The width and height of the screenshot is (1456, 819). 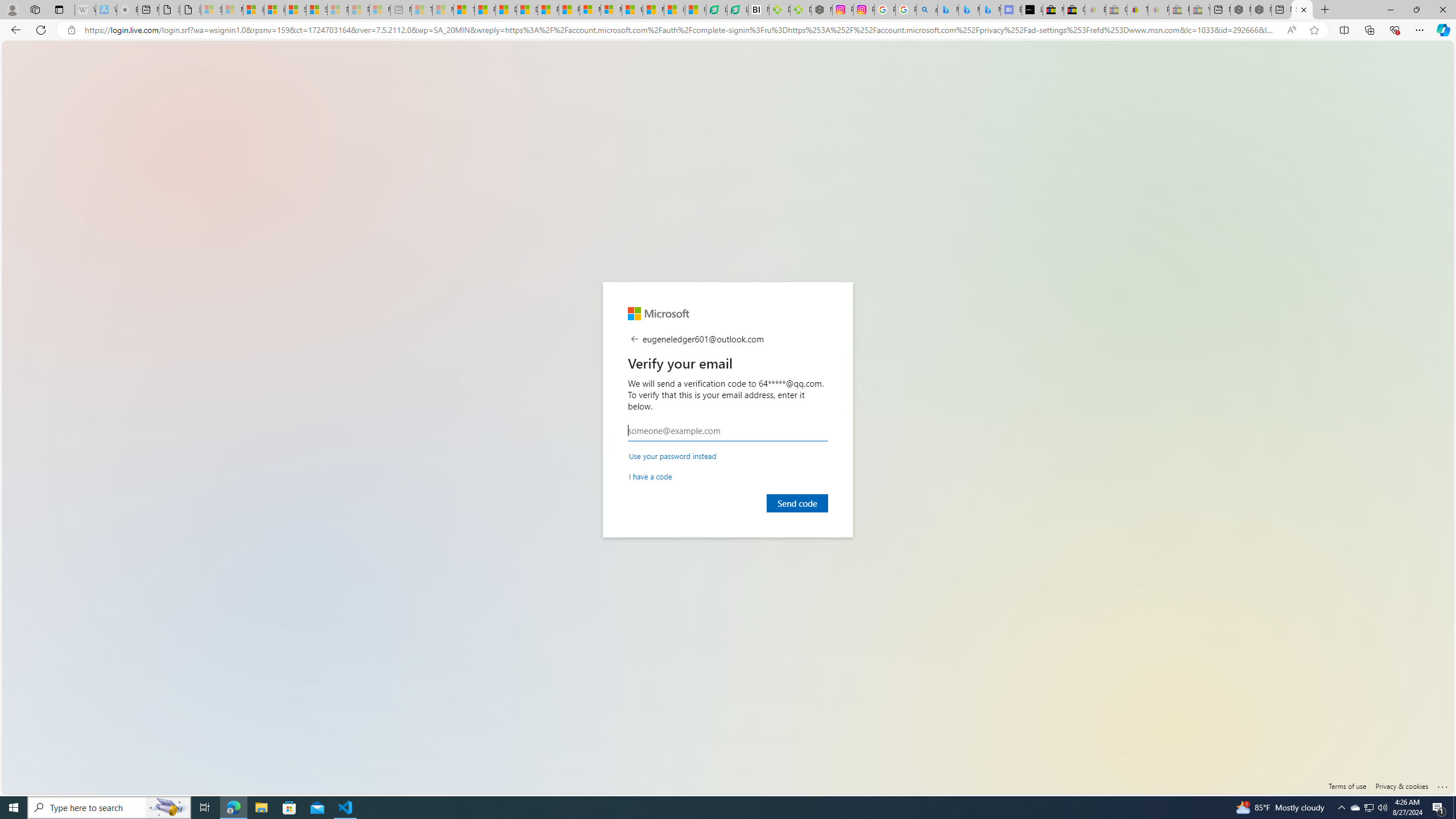 I want to click on 'Click here for troubleshooting information', so click(x=1442, y=784).